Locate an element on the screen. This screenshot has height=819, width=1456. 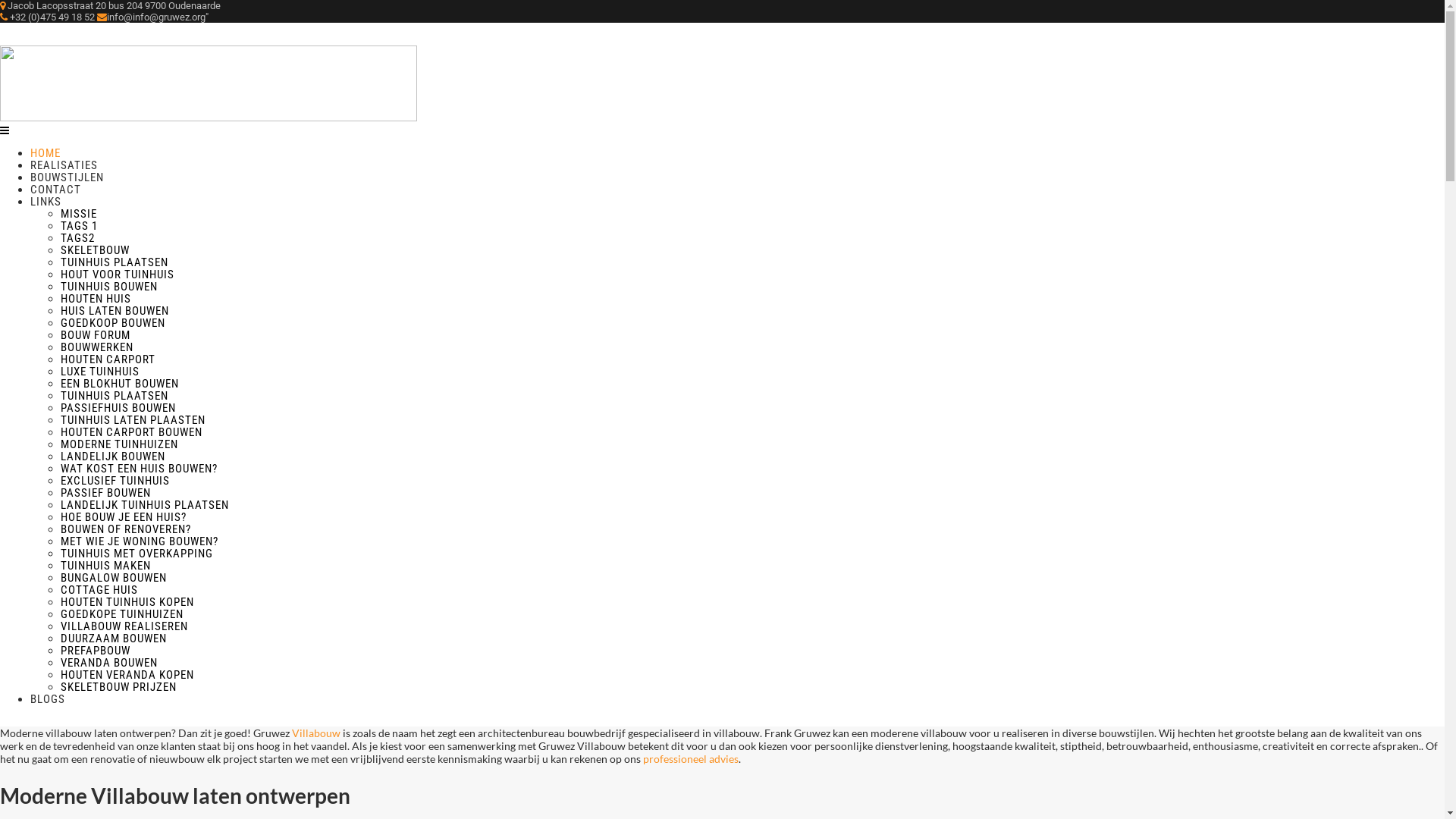
'HOUTEN CARPORT BOUWEN' is located at coordinates (131, 432).